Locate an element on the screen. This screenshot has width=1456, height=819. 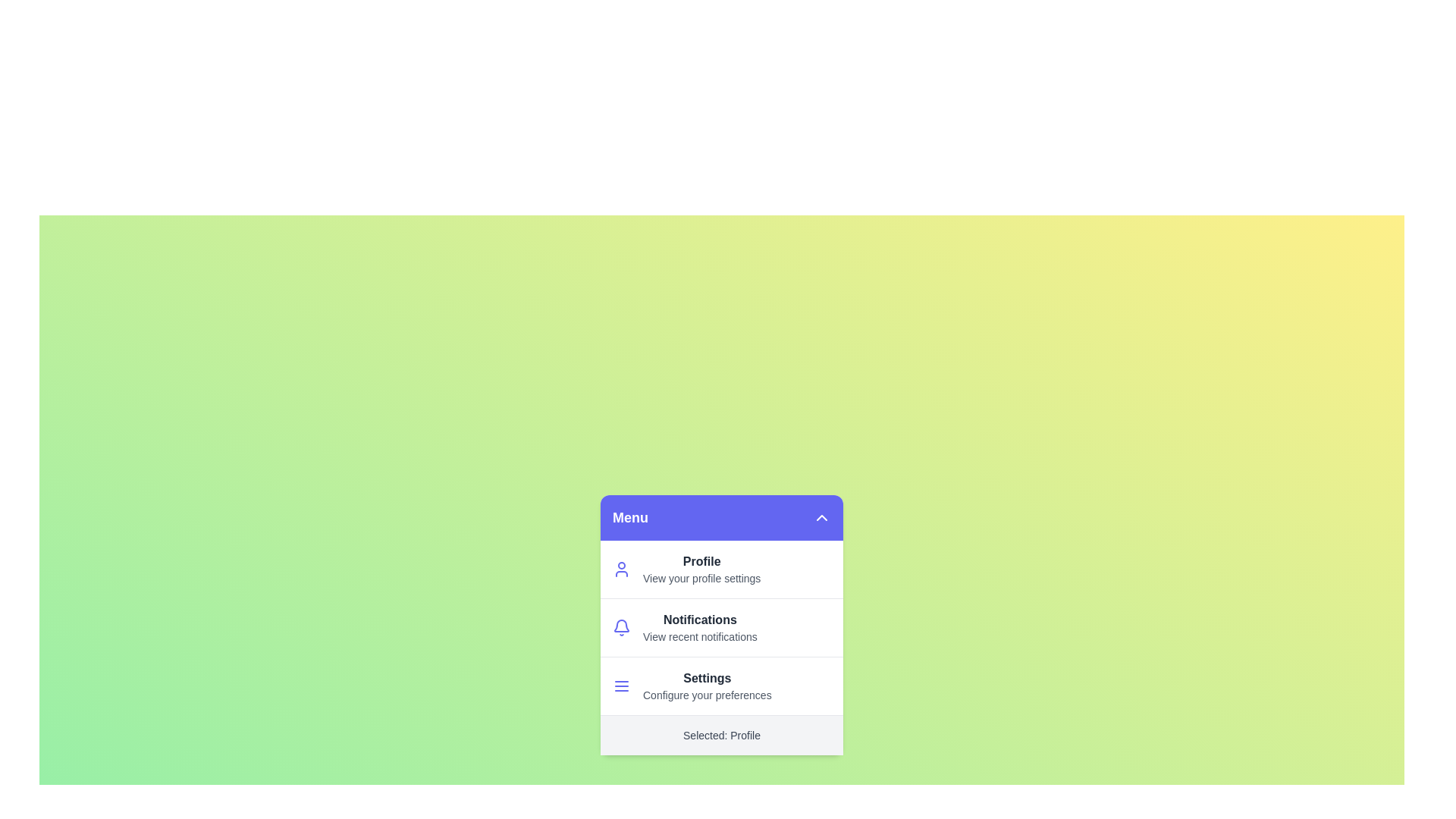
the menu item labeled Profile is located at coordinates (682, 568).